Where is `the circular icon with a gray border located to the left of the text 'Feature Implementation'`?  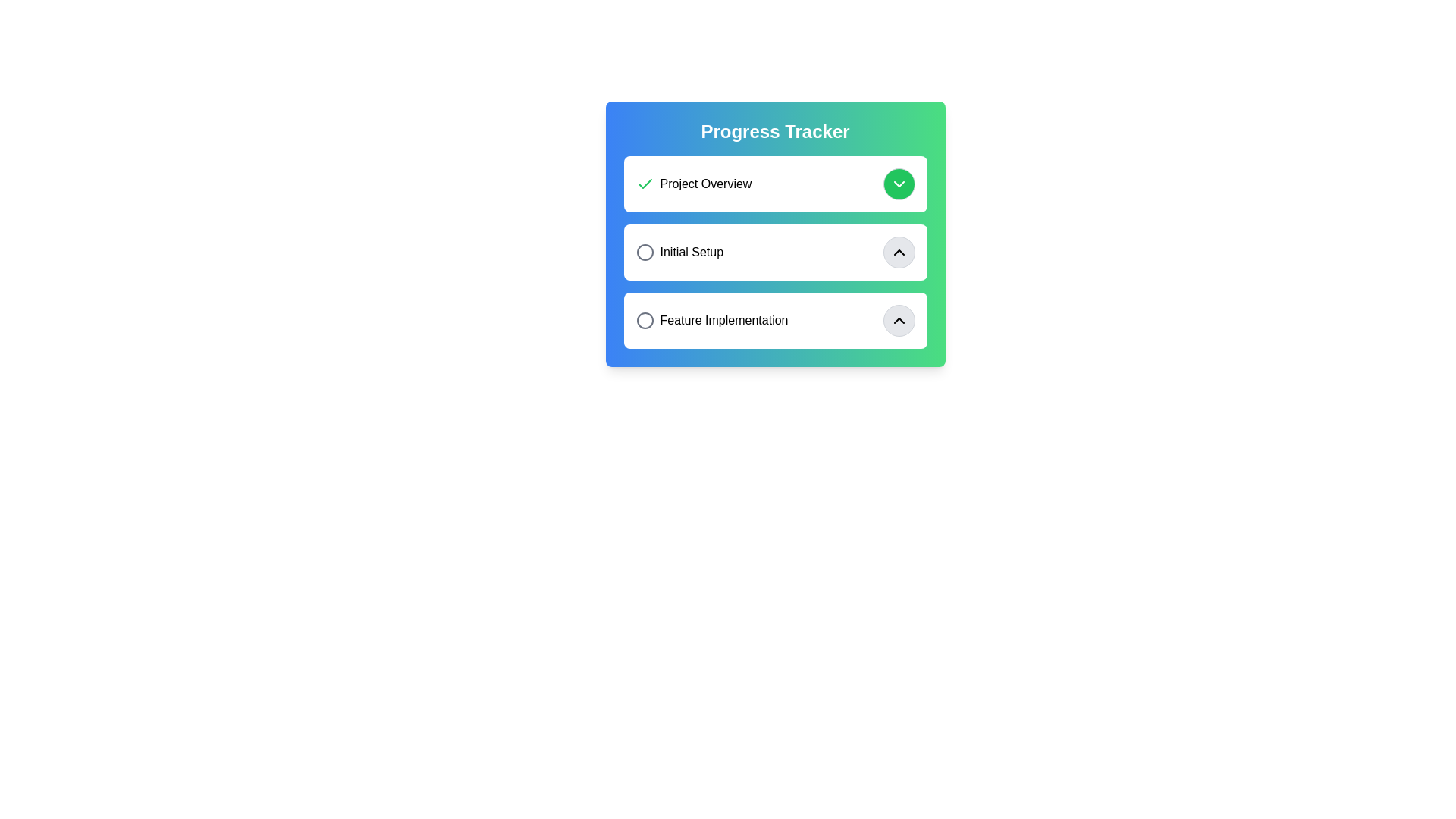 the circular icon with a gray border located to the left of the text 'Feature Implementation' is located at coordinates (645, 320).